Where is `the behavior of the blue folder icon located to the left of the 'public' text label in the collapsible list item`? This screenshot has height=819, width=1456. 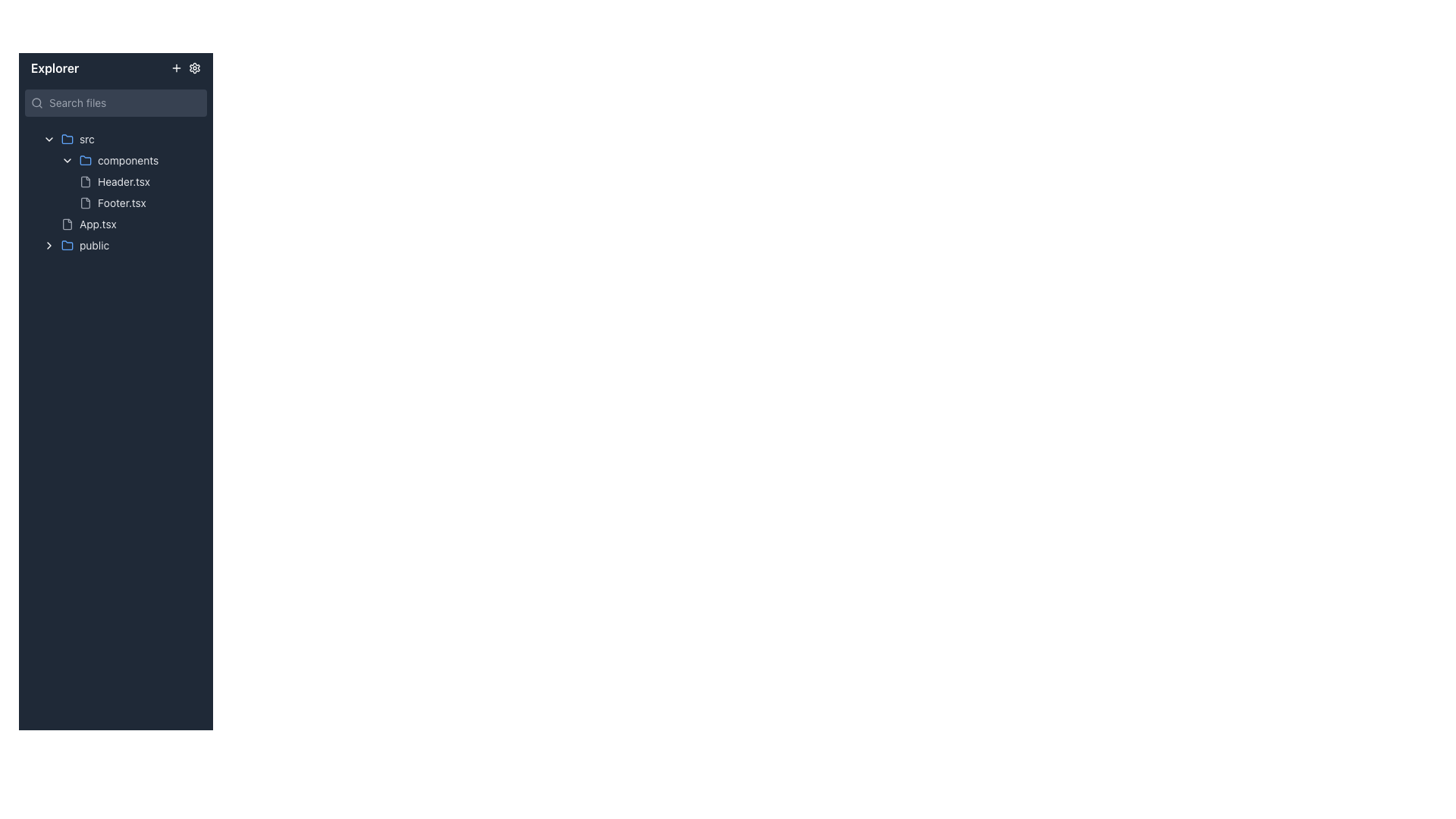
the behavior of the blue folder icon located to the left of the 'public' text label in the collapsible list item is located at coordinates (67, 245).